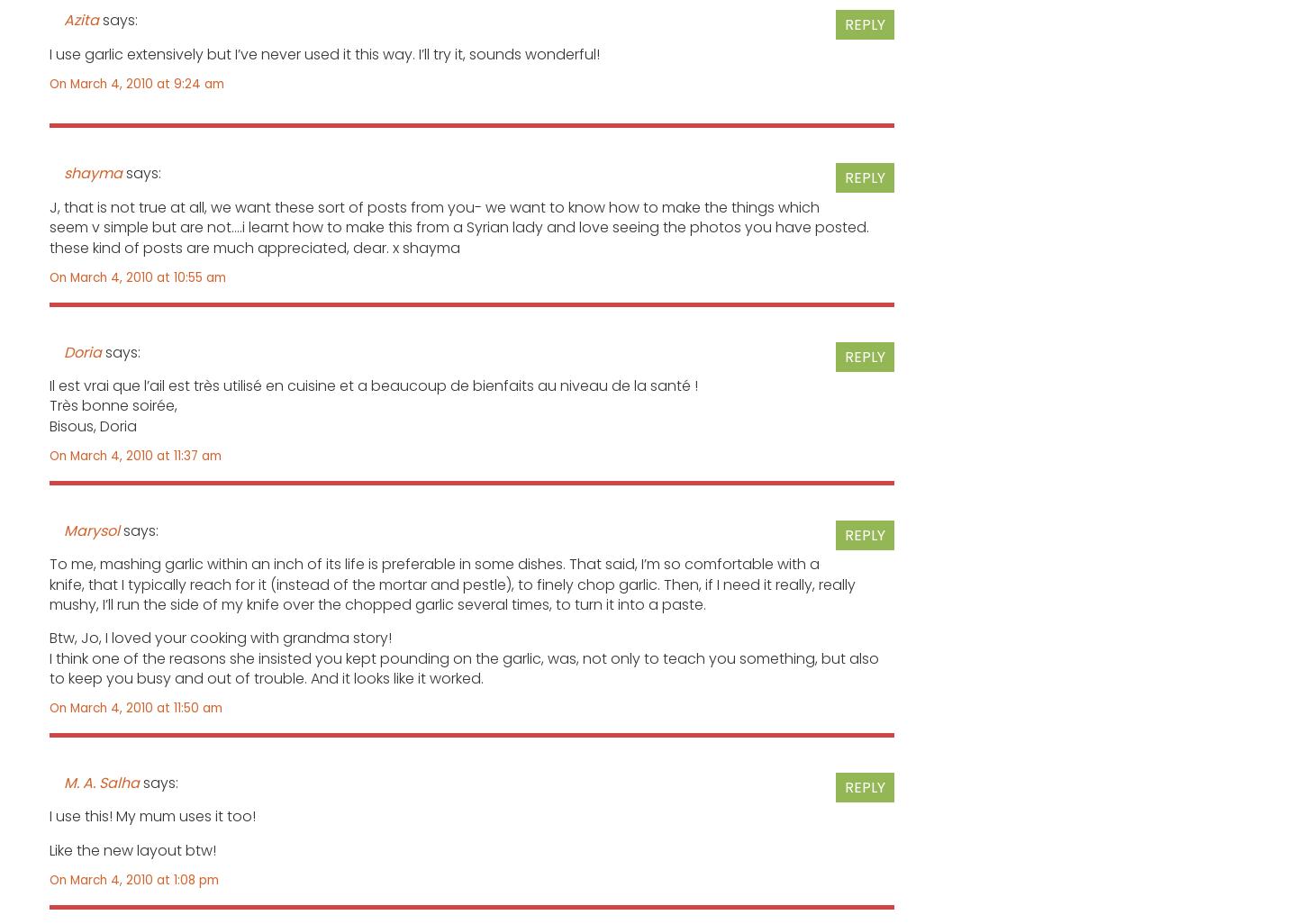  Describe the element at coordinates (372, 385) in the screenshot. I see `'Il est vrai que l’ail est très utilisé en cuisine et a beaucoup de bienfaits au niveau de la santé !'` at that location.